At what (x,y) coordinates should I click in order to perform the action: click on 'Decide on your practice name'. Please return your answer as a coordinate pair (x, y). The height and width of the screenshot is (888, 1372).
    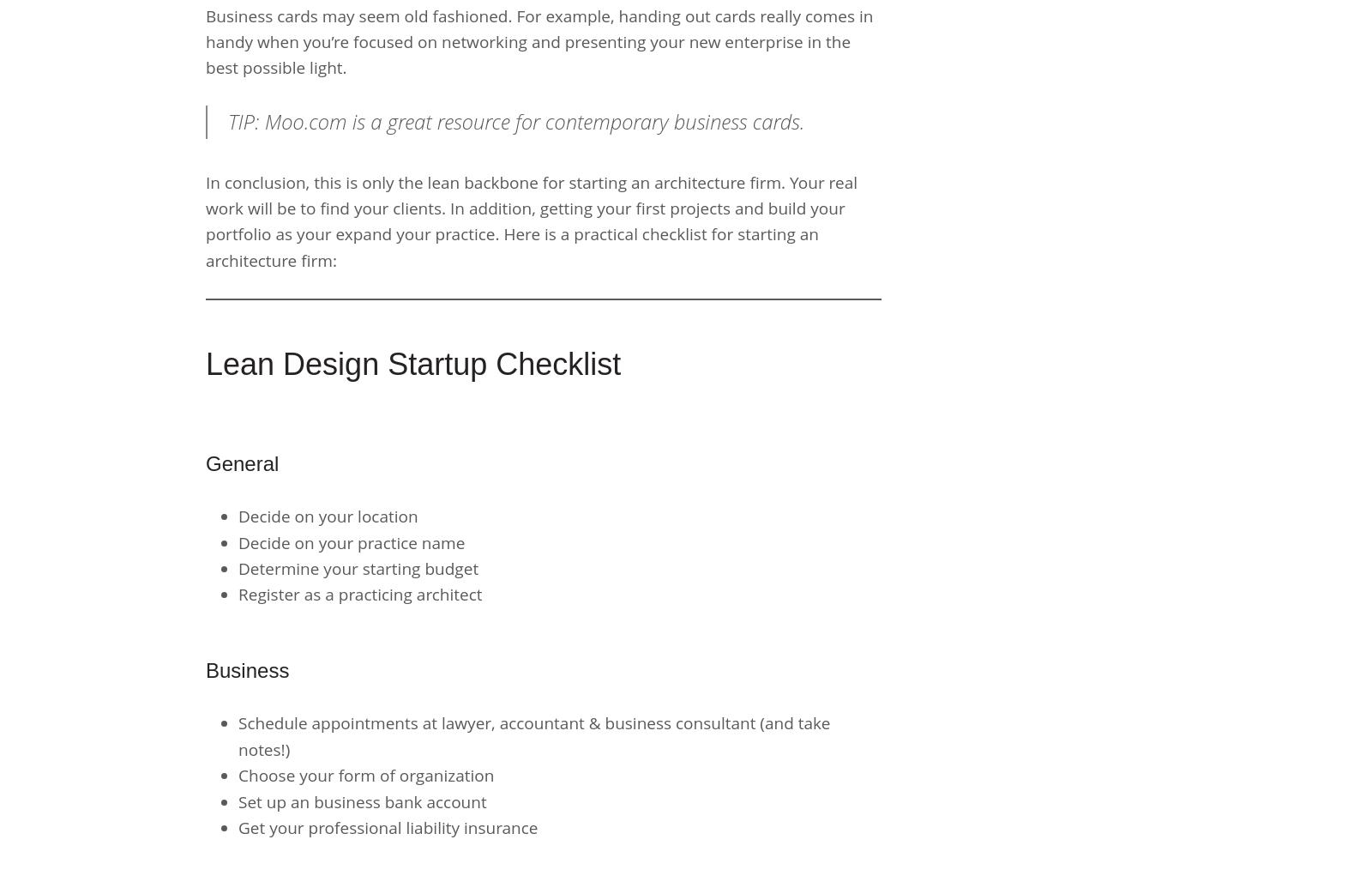
    Looking at the image, I should click on (350, 541).